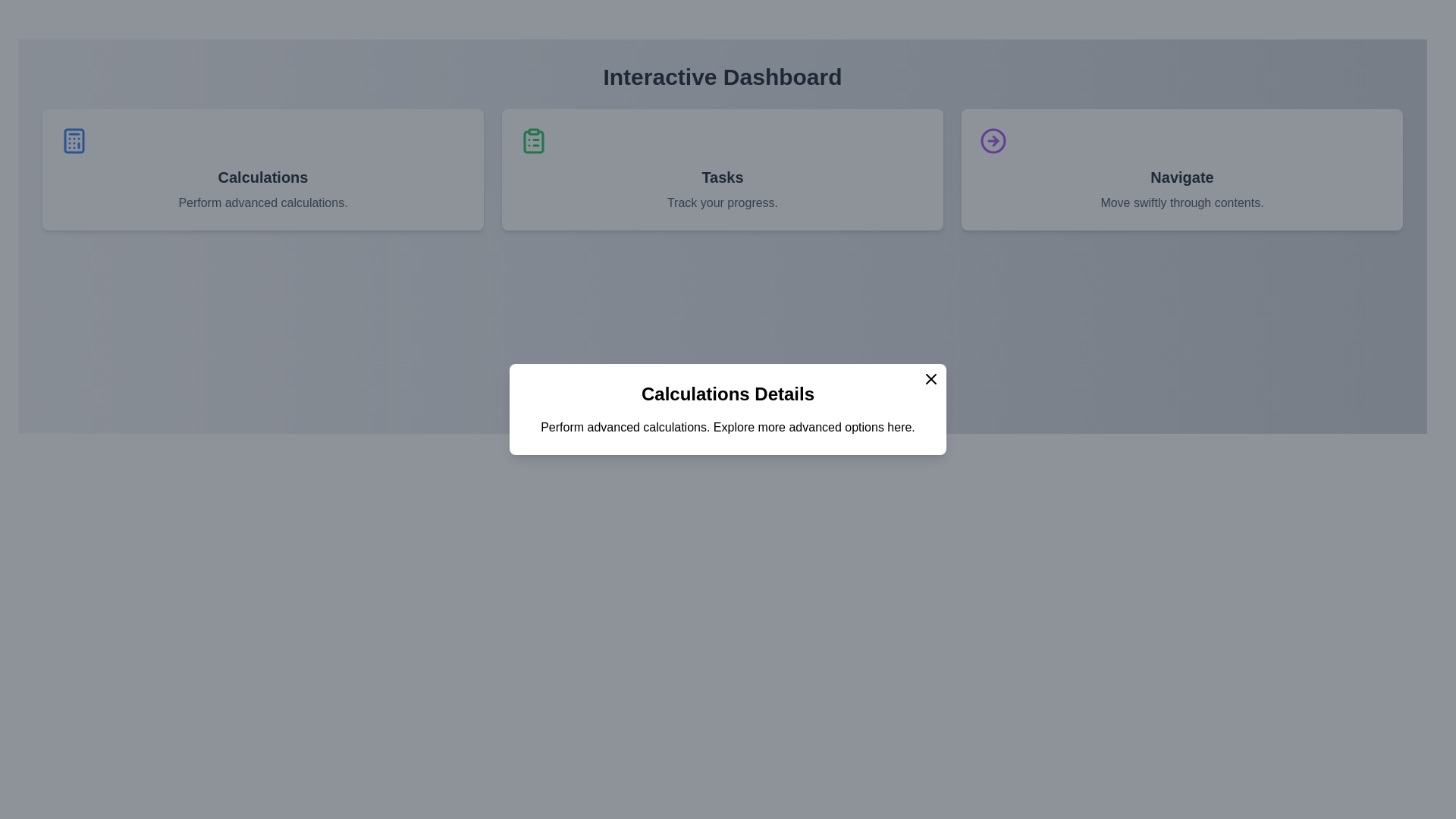  I want to click on the navigation card for 'Calculations' located at the leftmost side of the interface, above the text 'Calculations.', so click(262, 169).